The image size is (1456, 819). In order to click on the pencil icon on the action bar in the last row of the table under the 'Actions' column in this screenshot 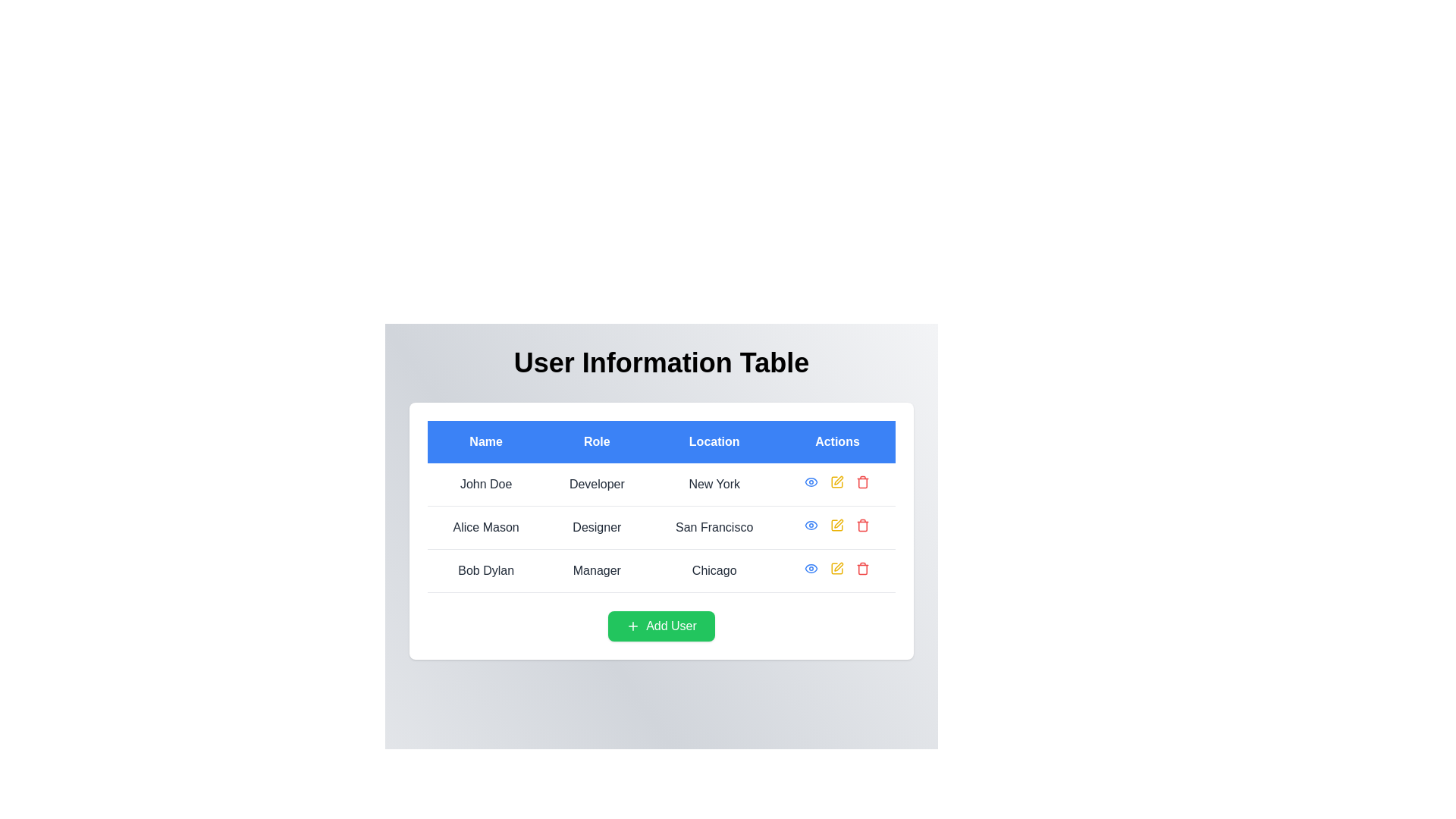, I will do `click(836, 568)`.